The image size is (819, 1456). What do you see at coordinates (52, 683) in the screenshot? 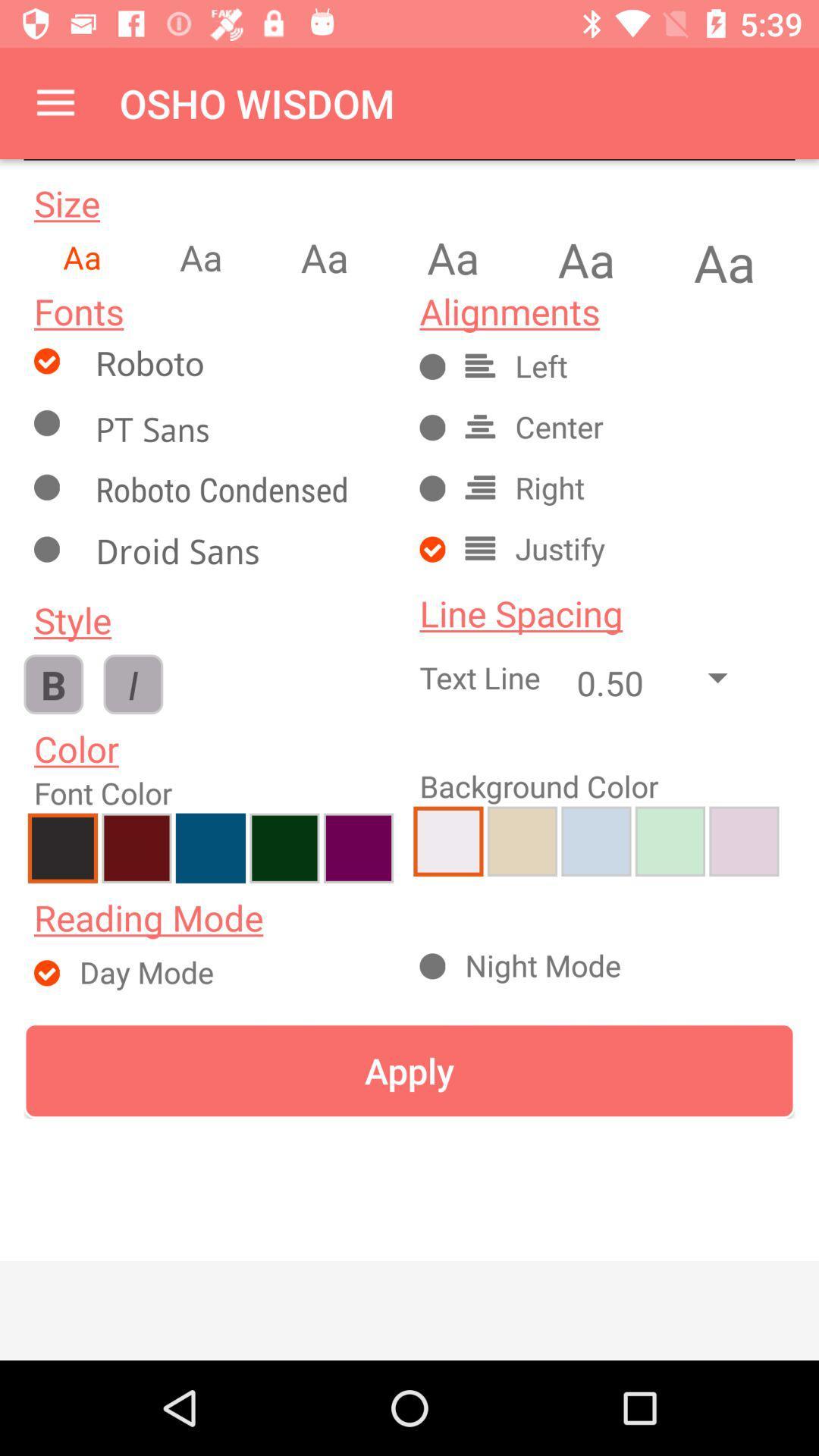
I see `the item to the left of i icon` at bounding box center [52, 683].